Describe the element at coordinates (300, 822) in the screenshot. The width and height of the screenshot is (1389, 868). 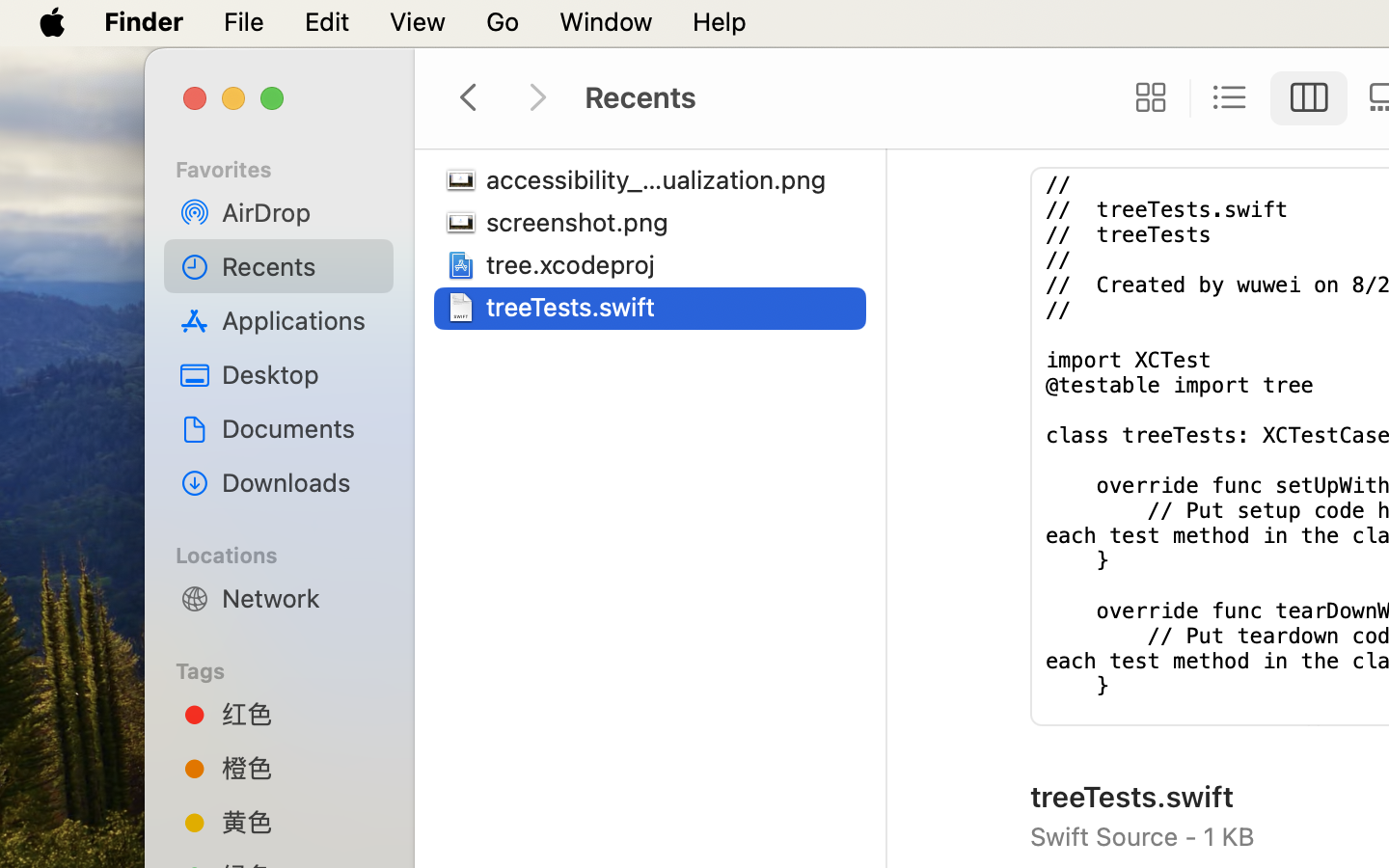
I see `'黄色'` at that location.